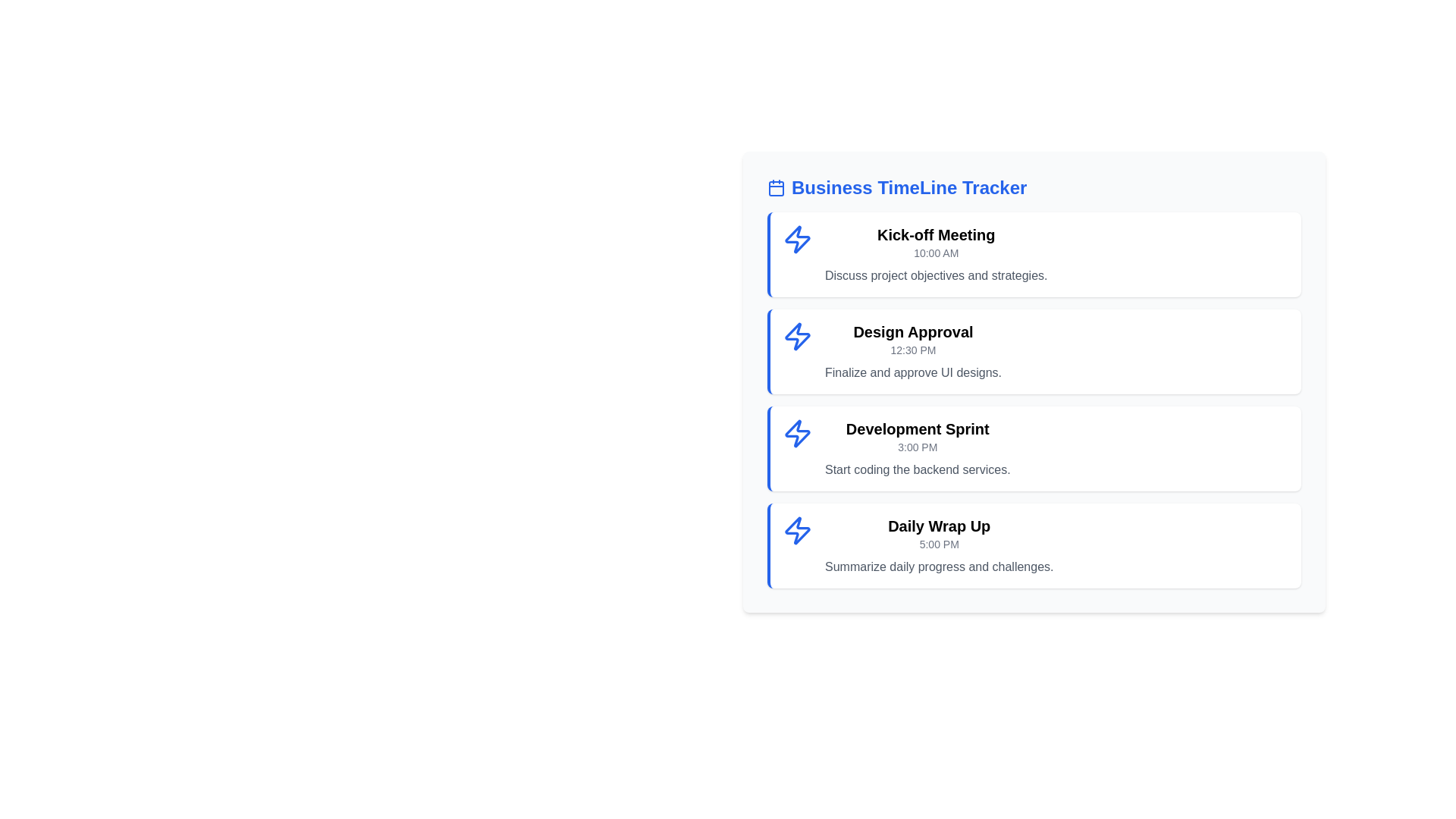 This screenshot has width=1456, height=819. I want to click on the text label displaying the time '12:30 PM' within the 'Design Approval' event card, so click(912, 350).